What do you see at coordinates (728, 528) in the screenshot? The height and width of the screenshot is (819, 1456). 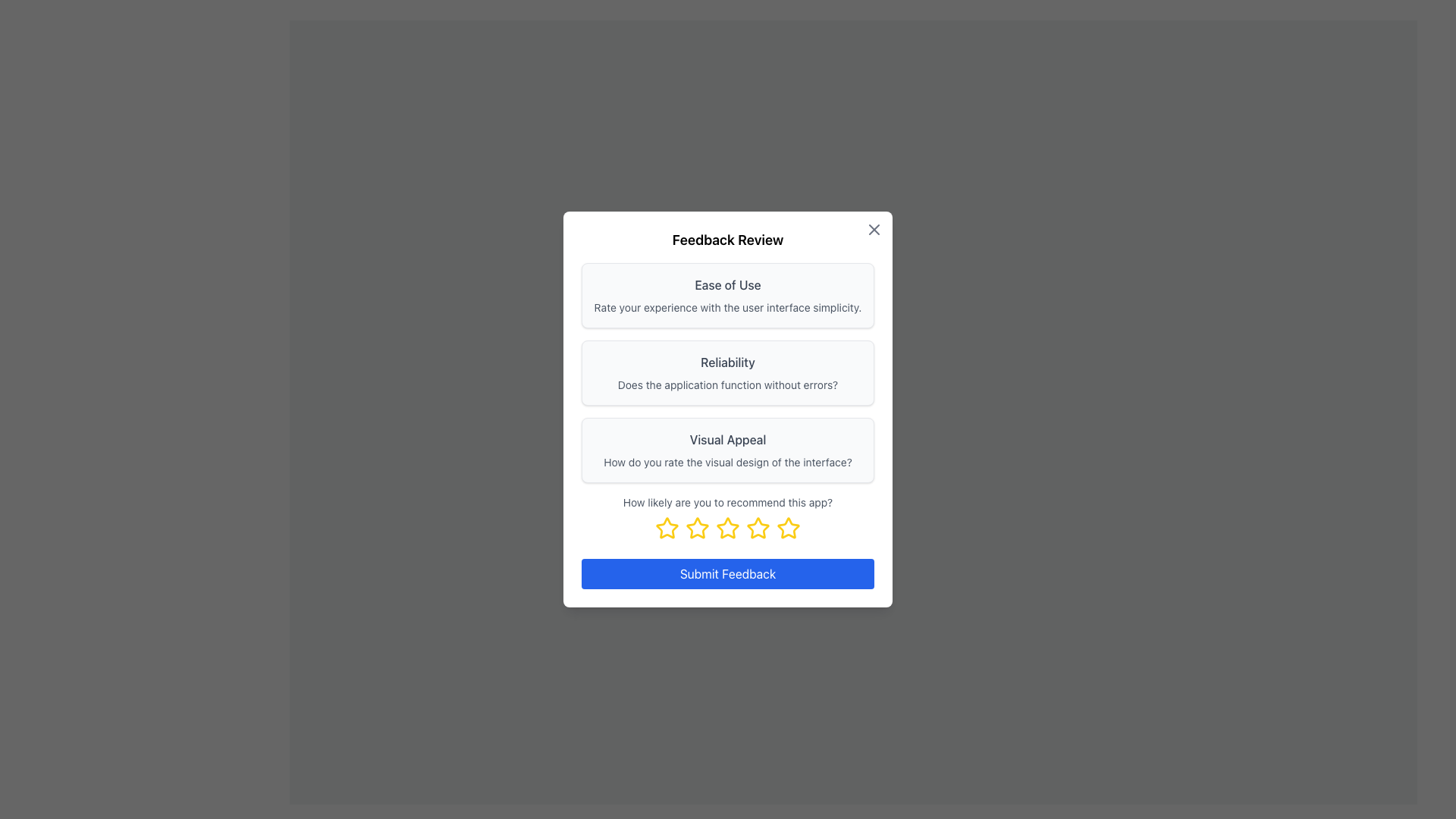 I see `the central star icon in the rating scale below the text 'How likely are you to recommend this app?'` at bounding box center [728, 528].